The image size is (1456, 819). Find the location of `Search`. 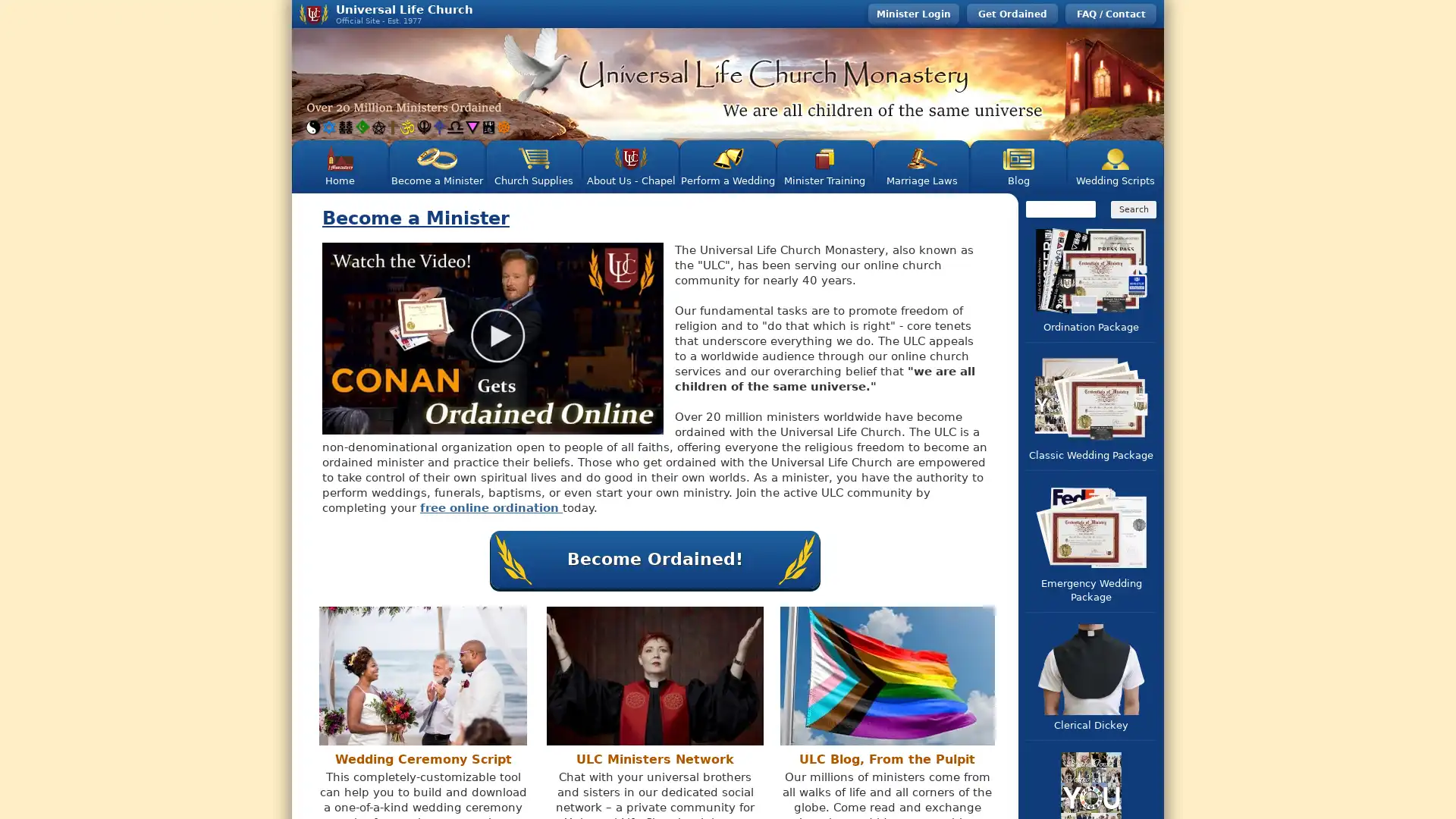

Search is located at coordinates (1133, 209).